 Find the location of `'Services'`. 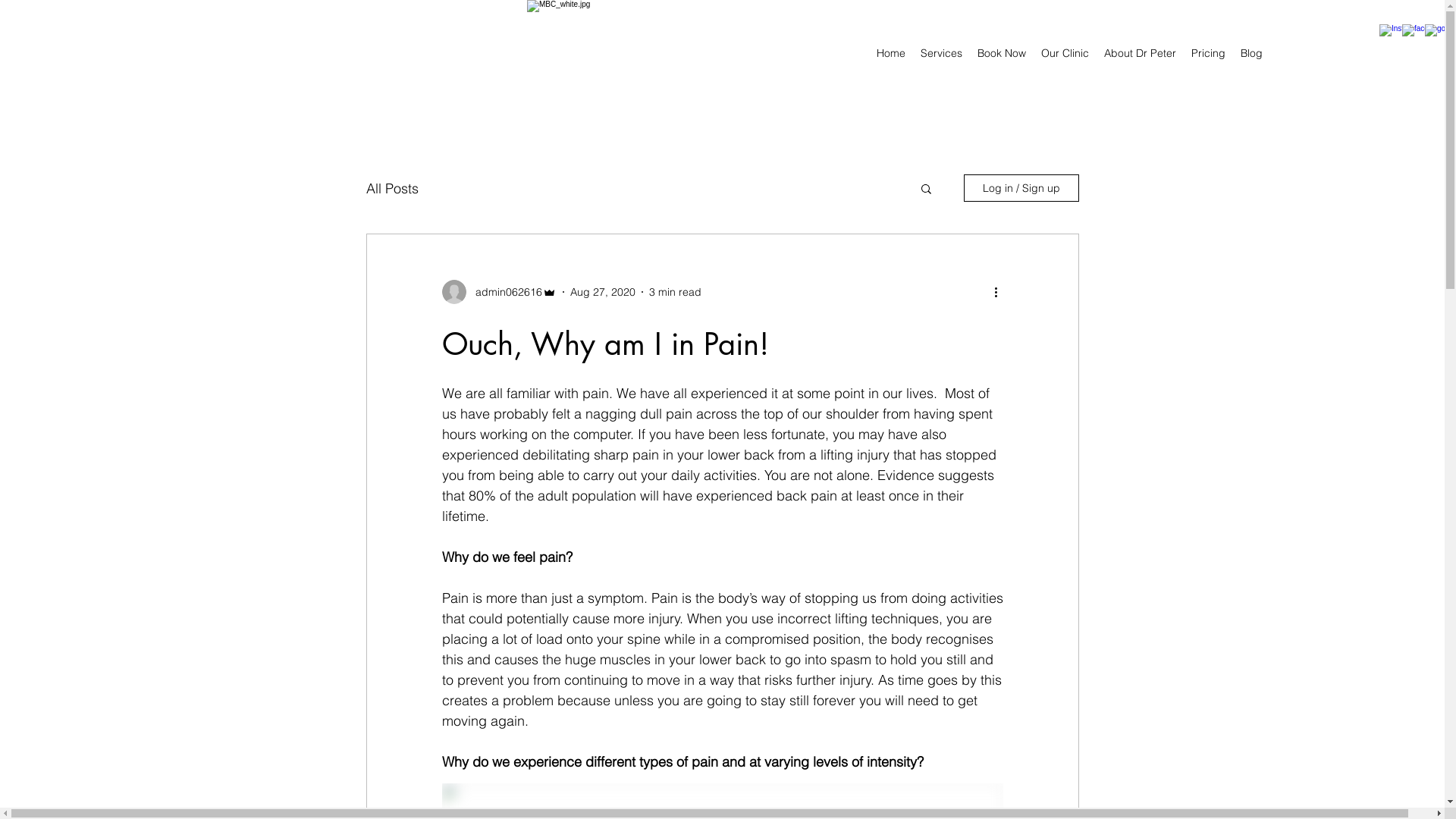

'Services' is located at coordinates (912, 52).